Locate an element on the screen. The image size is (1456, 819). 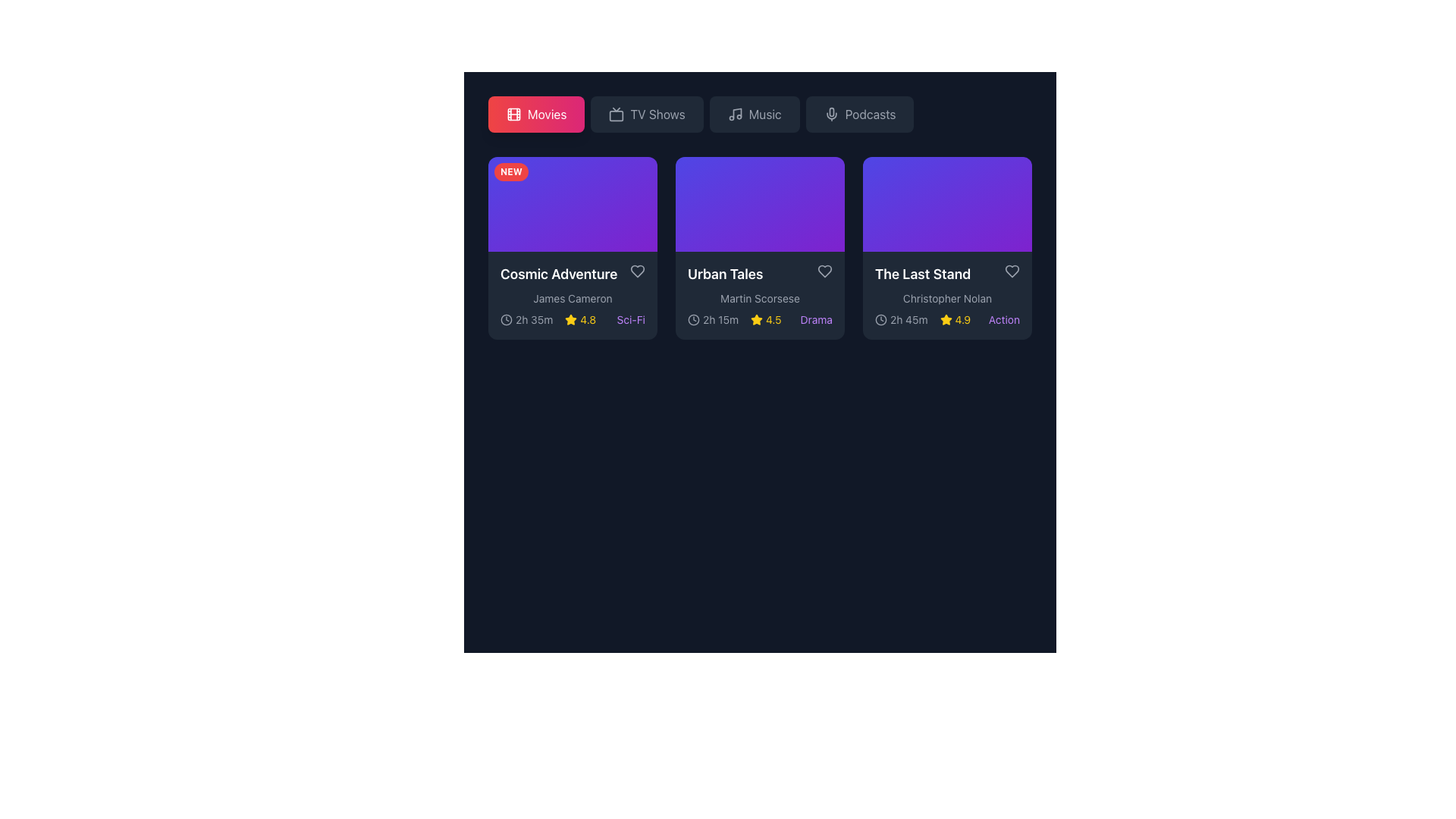
the 'Movies' button is located at coordinates (546, 113).